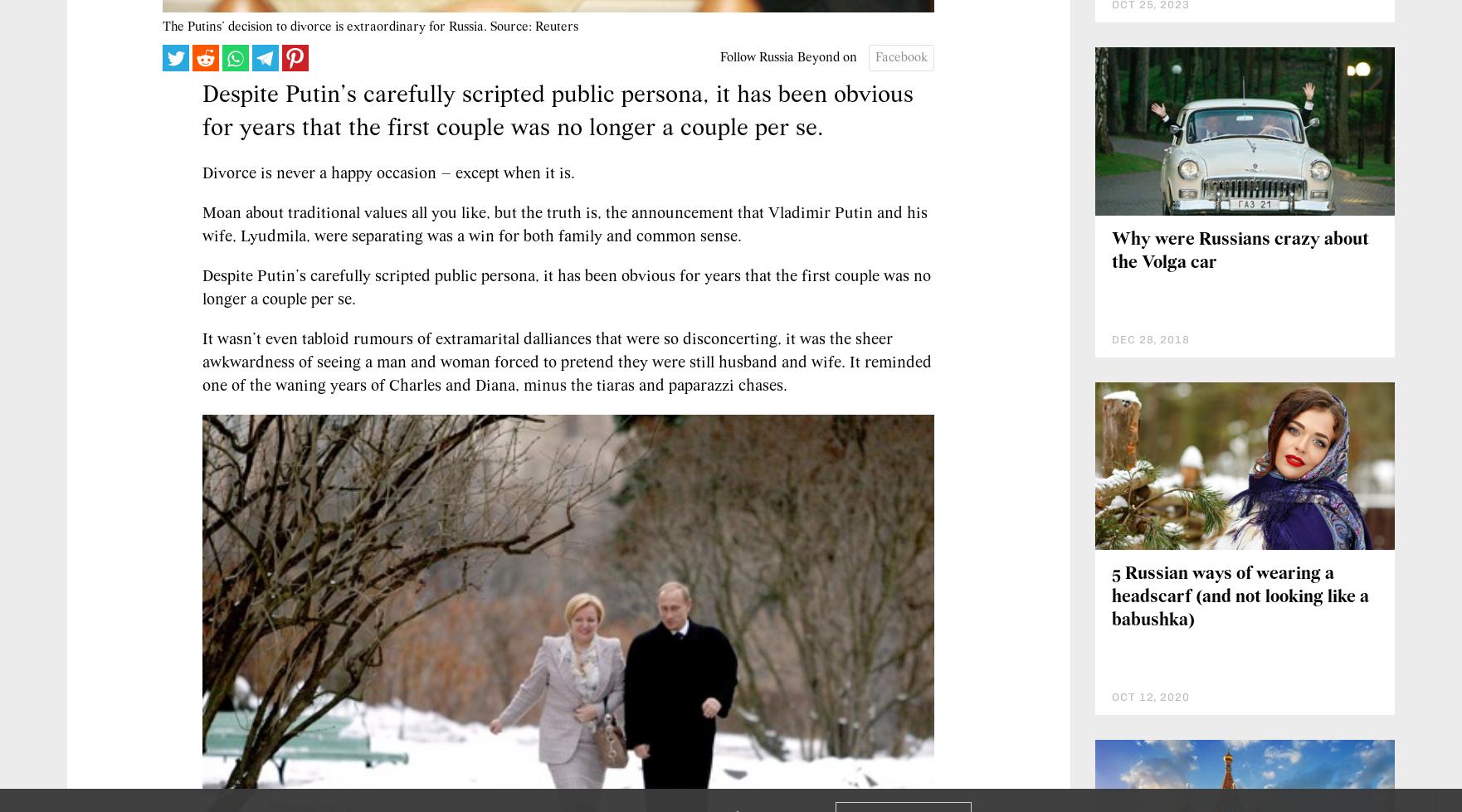 This screenshot has height=812, width=1462. Describe the element at coordinates (565, 289) in the screenshot. I see `'Despite Putin’s carefully scripted public
persona, it has been obvious for years that the first couple was no longer a
couple per se.'` at that location.